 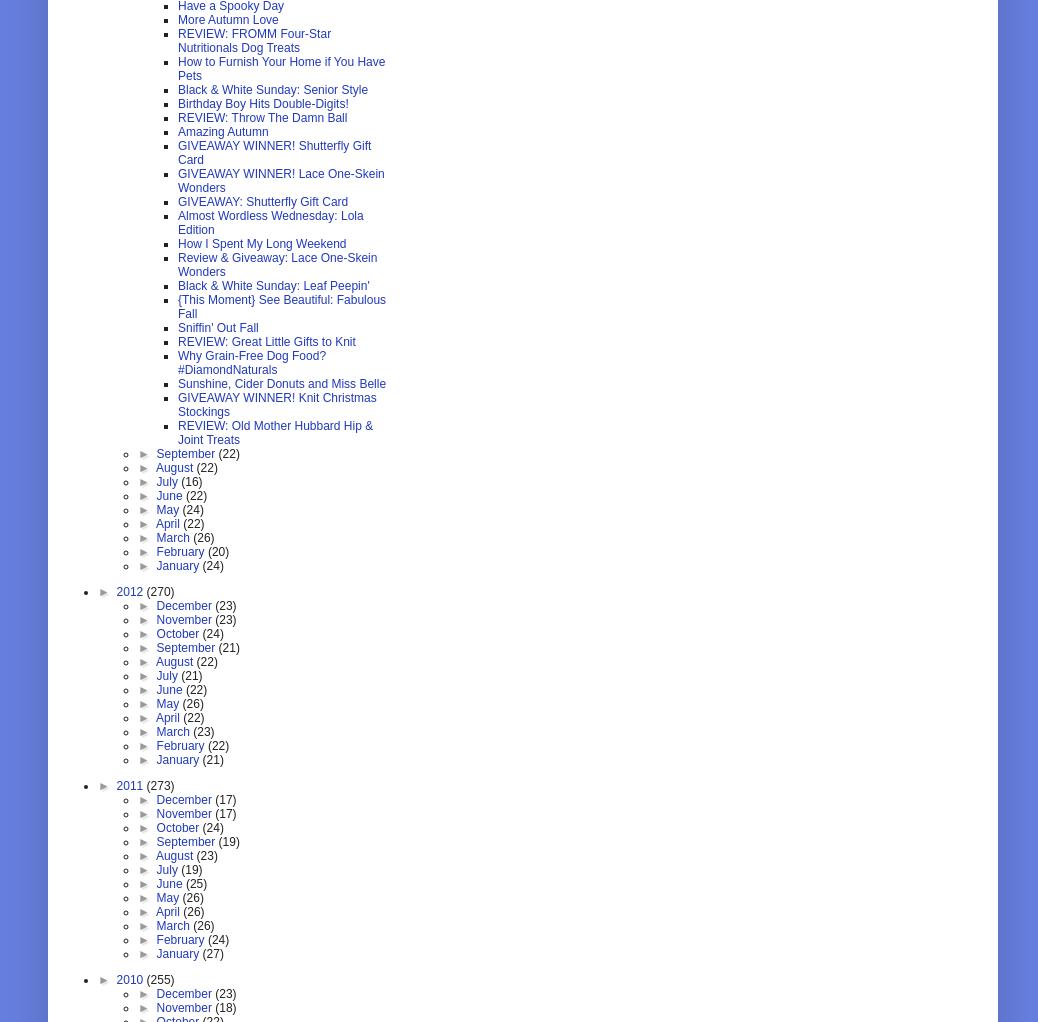 I want to click on 'Birthday Boy Hits Double-Digits!', so click(x=263, y=103).